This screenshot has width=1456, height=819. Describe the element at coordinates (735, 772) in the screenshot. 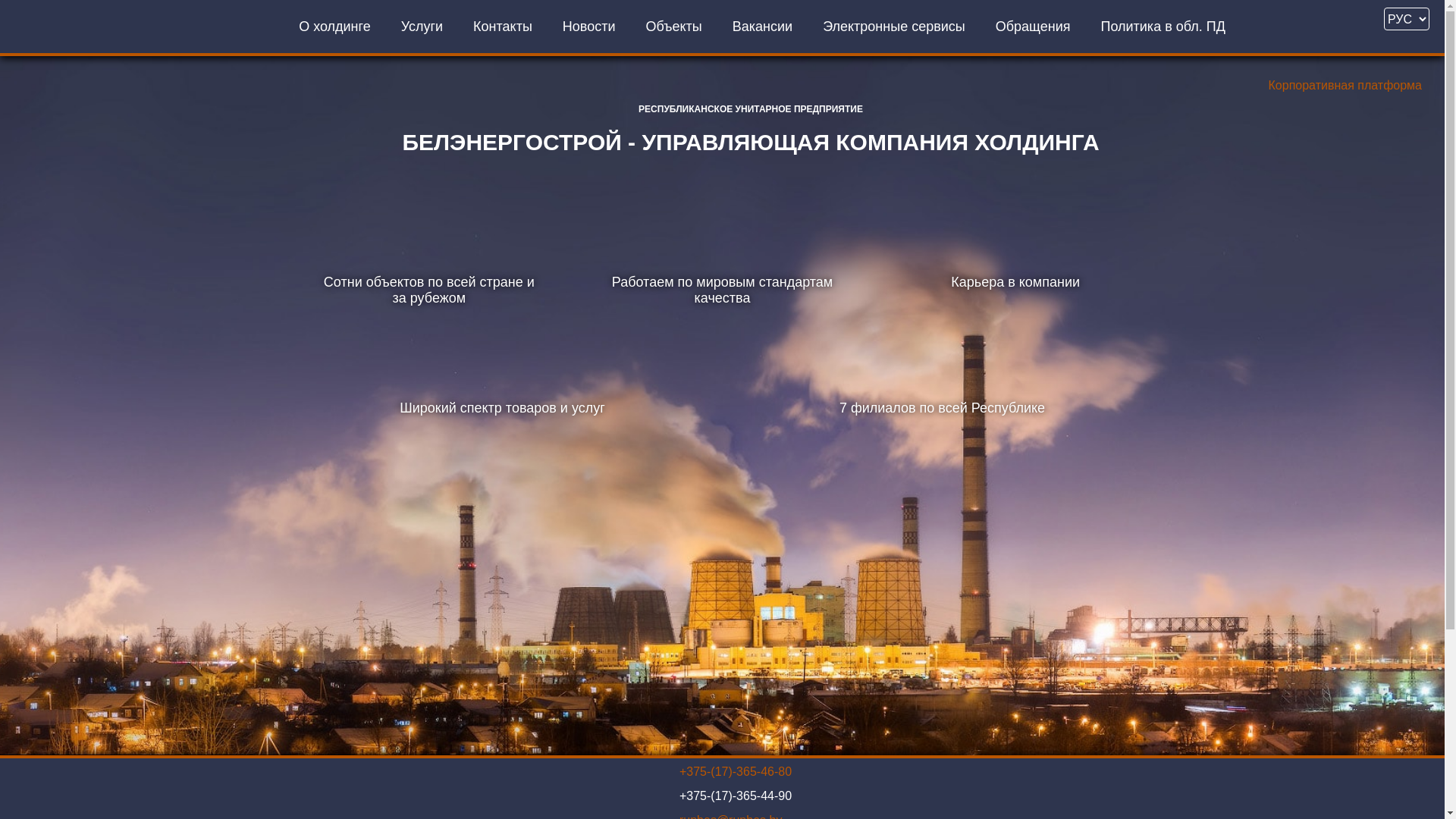

I see `'+375-(17)-365-46-80'` at that location.